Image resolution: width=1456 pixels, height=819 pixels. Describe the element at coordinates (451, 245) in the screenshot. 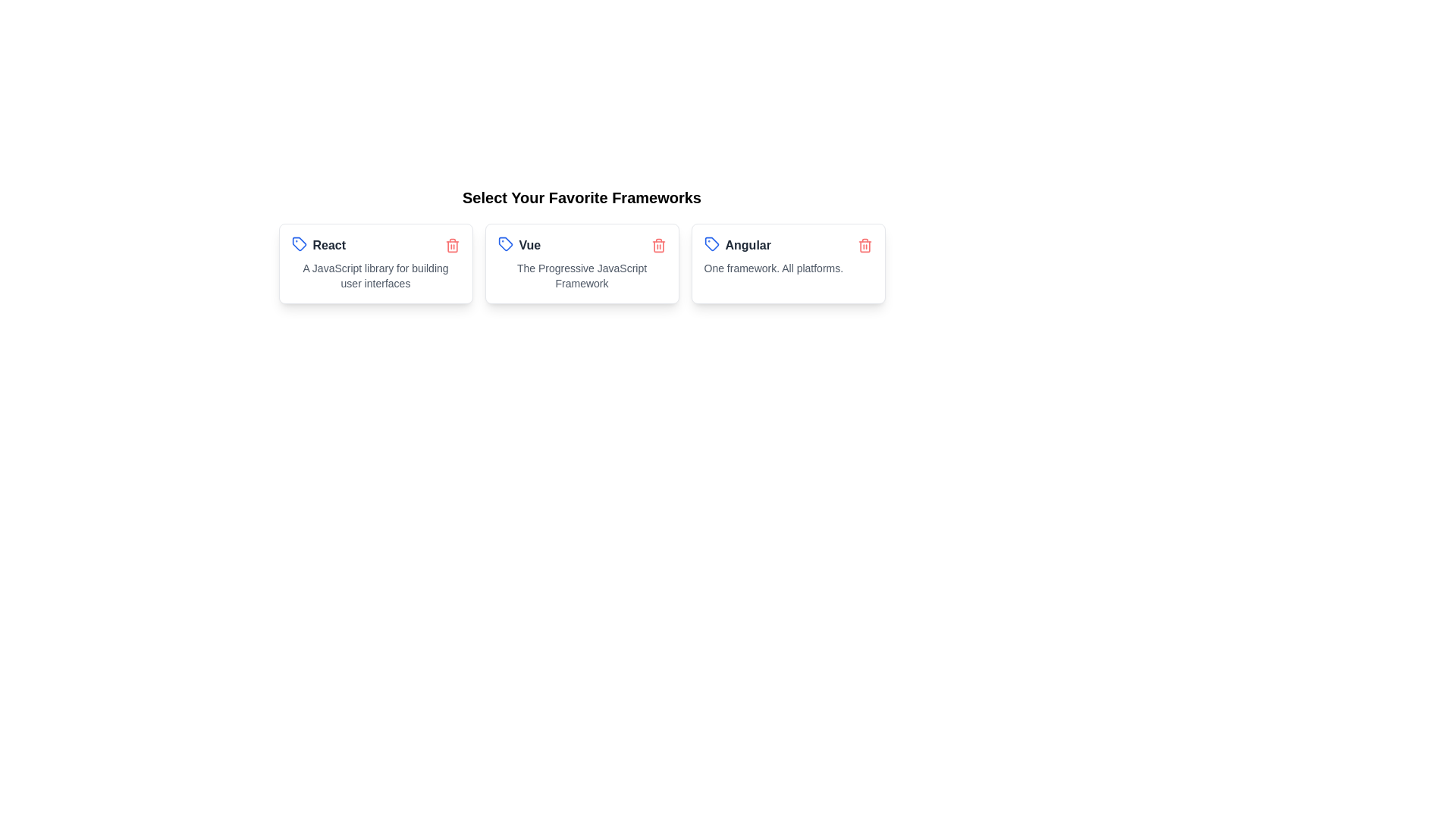

I see `the delete icon of the chip labeled React to remove it` at that location.